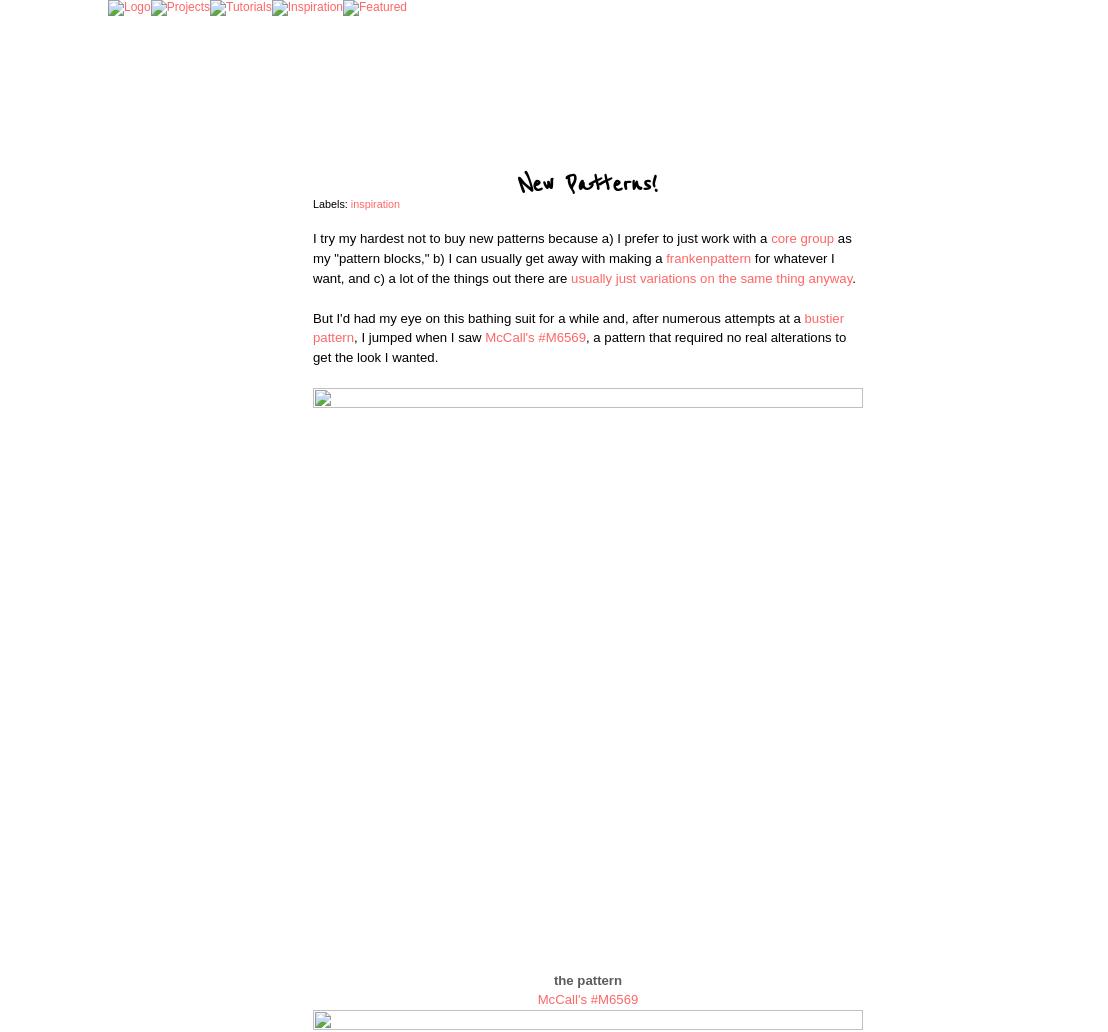 The height and width of the screenshot is (1032, 1108). Describe the element at coordinates (801, 237) in the screenshot. I see `'core group'` at that location.